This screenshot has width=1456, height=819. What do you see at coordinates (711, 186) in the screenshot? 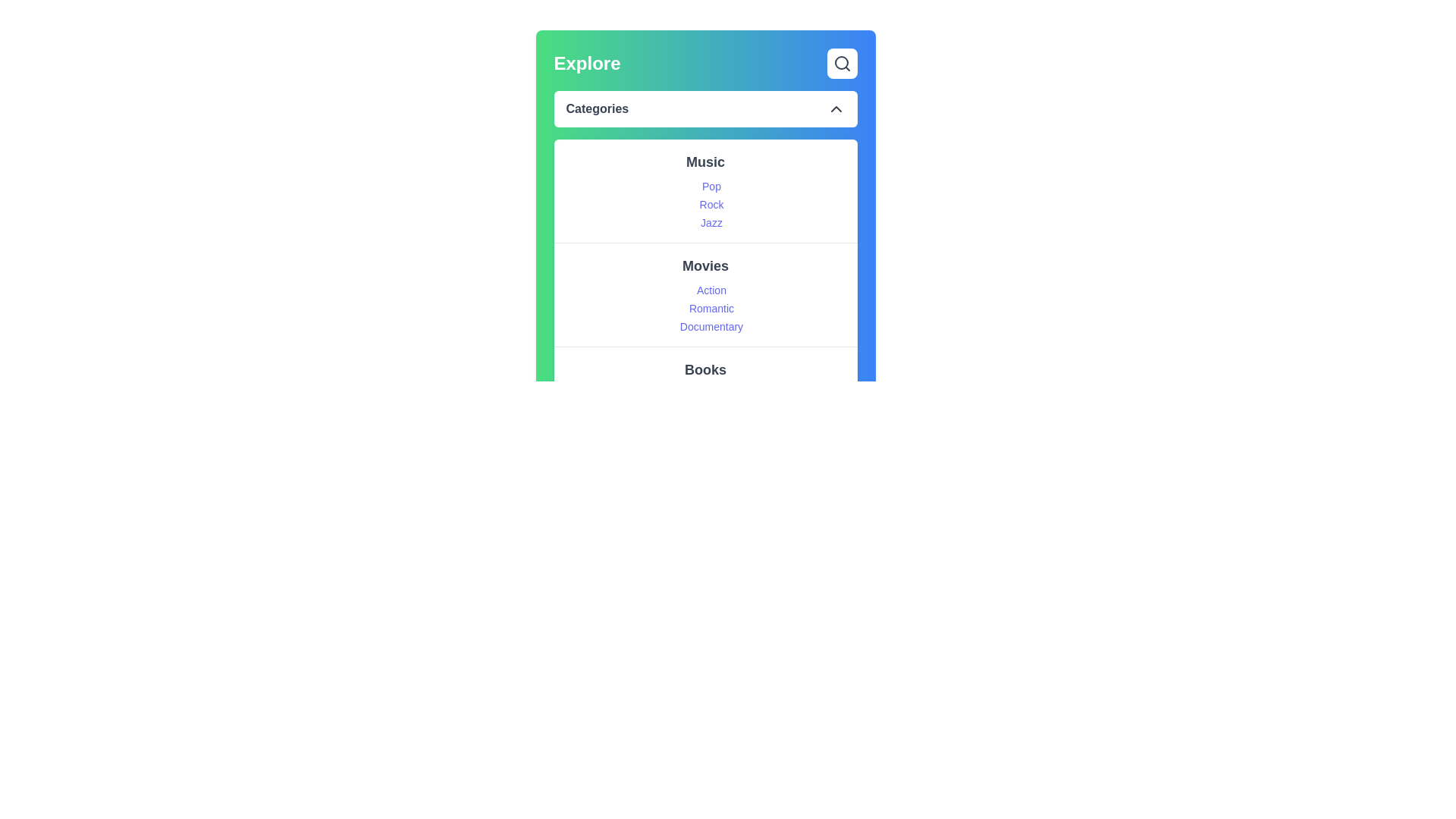
I see `the first clickable text link 'Pop' in the 'Music' category` at bounding box center [711, 186].